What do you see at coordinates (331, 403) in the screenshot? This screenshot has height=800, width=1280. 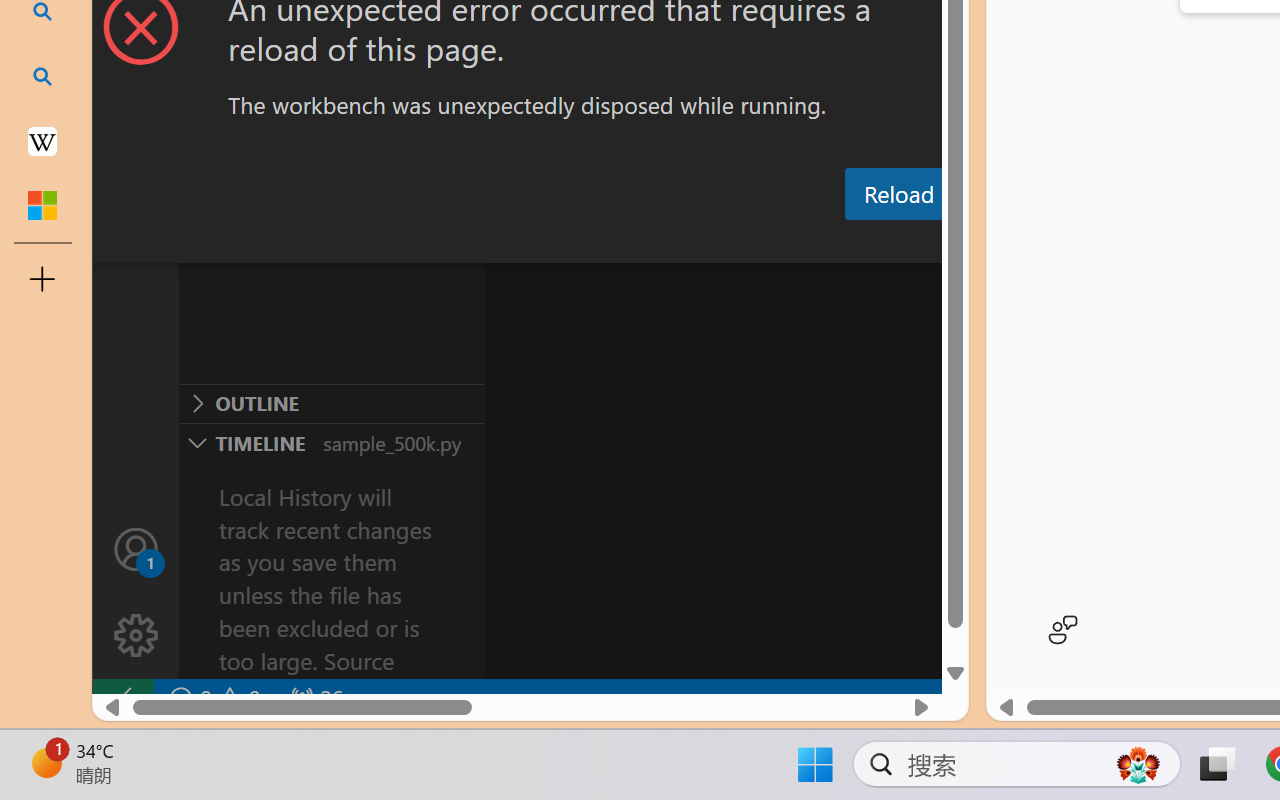 I see `'Outline Section'` at bounding box center [331, 403].